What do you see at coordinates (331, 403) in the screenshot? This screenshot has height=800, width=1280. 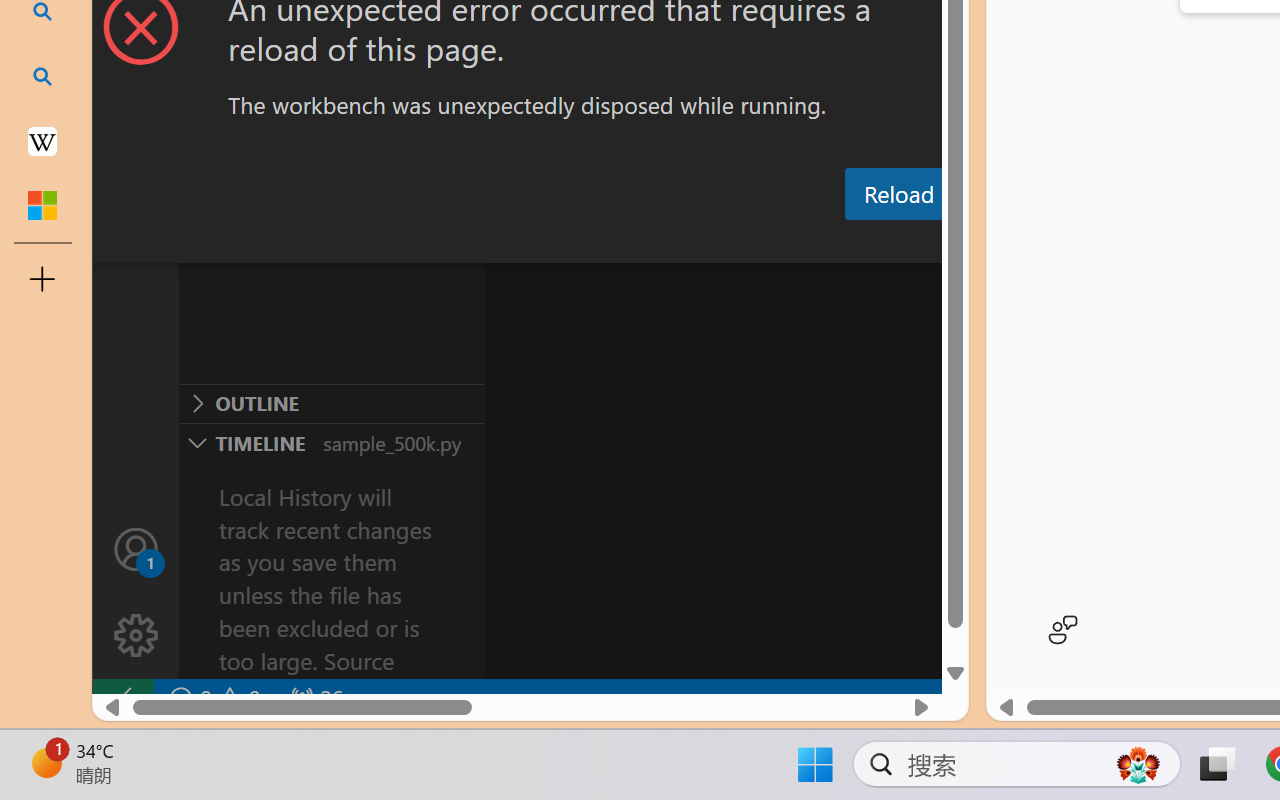 I see `'Outline Section'` at bounding box center [331, 403].